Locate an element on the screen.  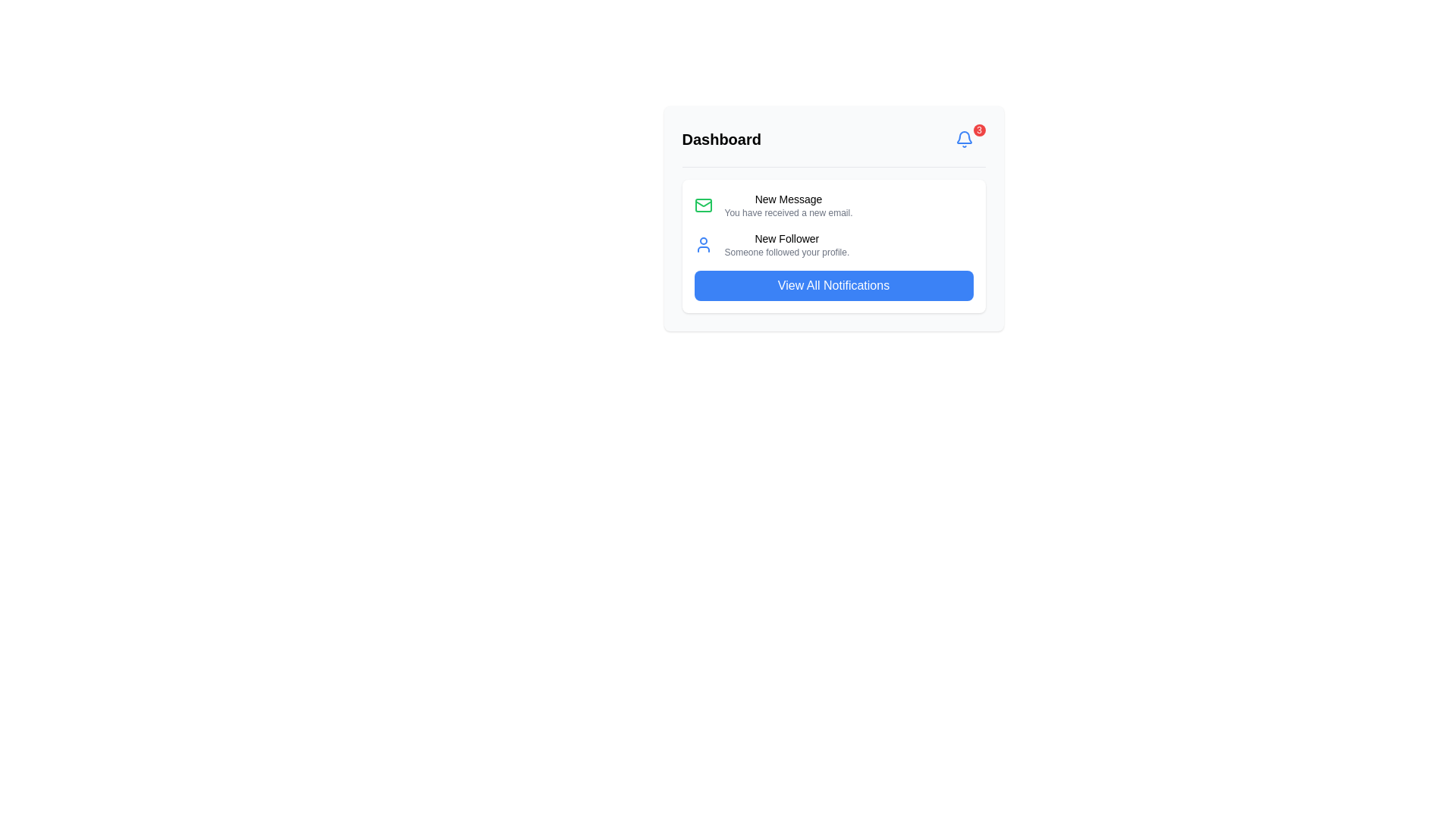
the information displayed in the notification text block that includes the title 'New Message' and the description 'You have received a new email.' is located at coordinates (789, 205).